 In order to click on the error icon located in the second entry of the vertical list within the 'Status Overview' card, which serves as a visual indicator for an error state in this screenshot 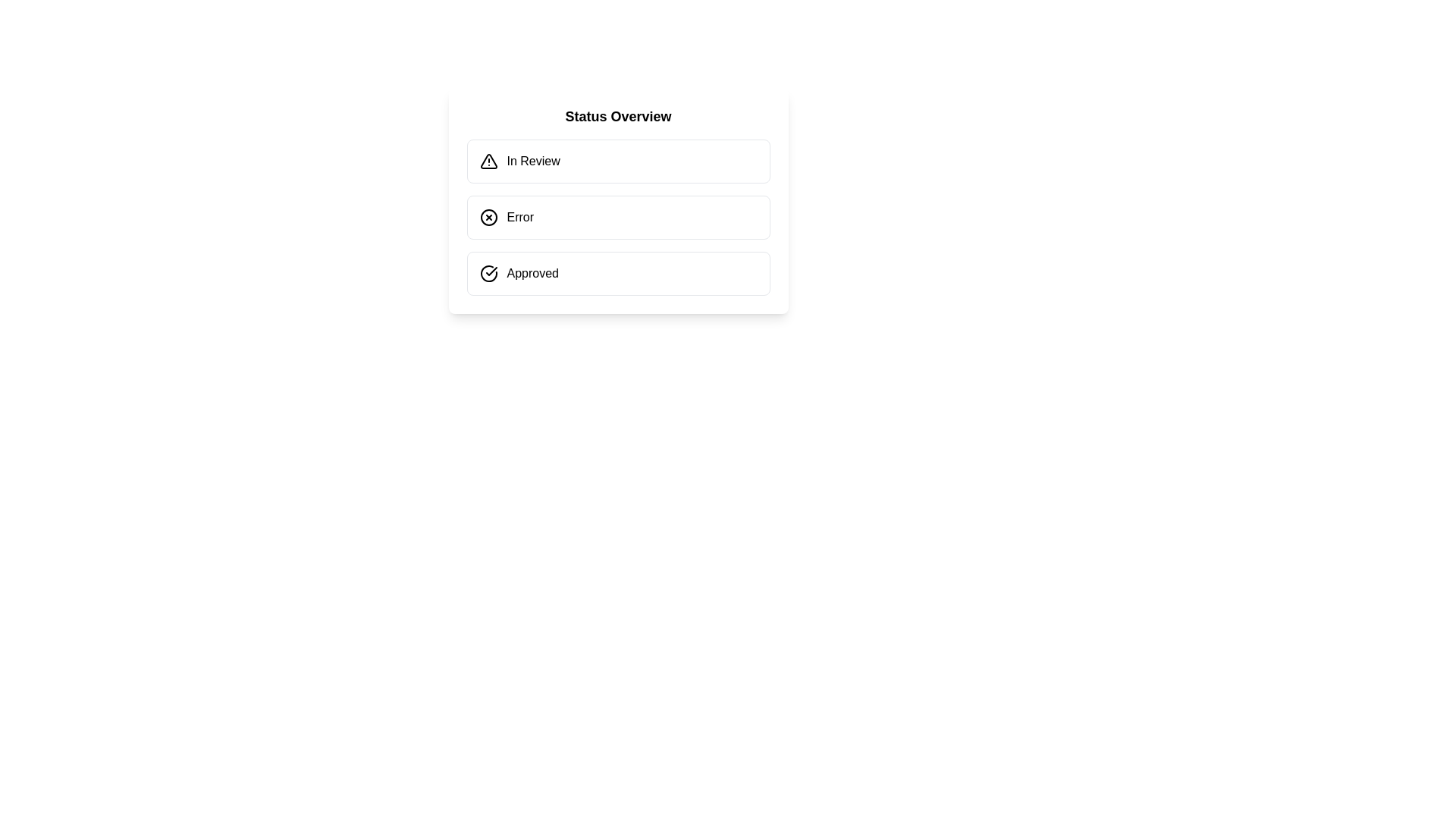, I will do `click(488, 217)`.